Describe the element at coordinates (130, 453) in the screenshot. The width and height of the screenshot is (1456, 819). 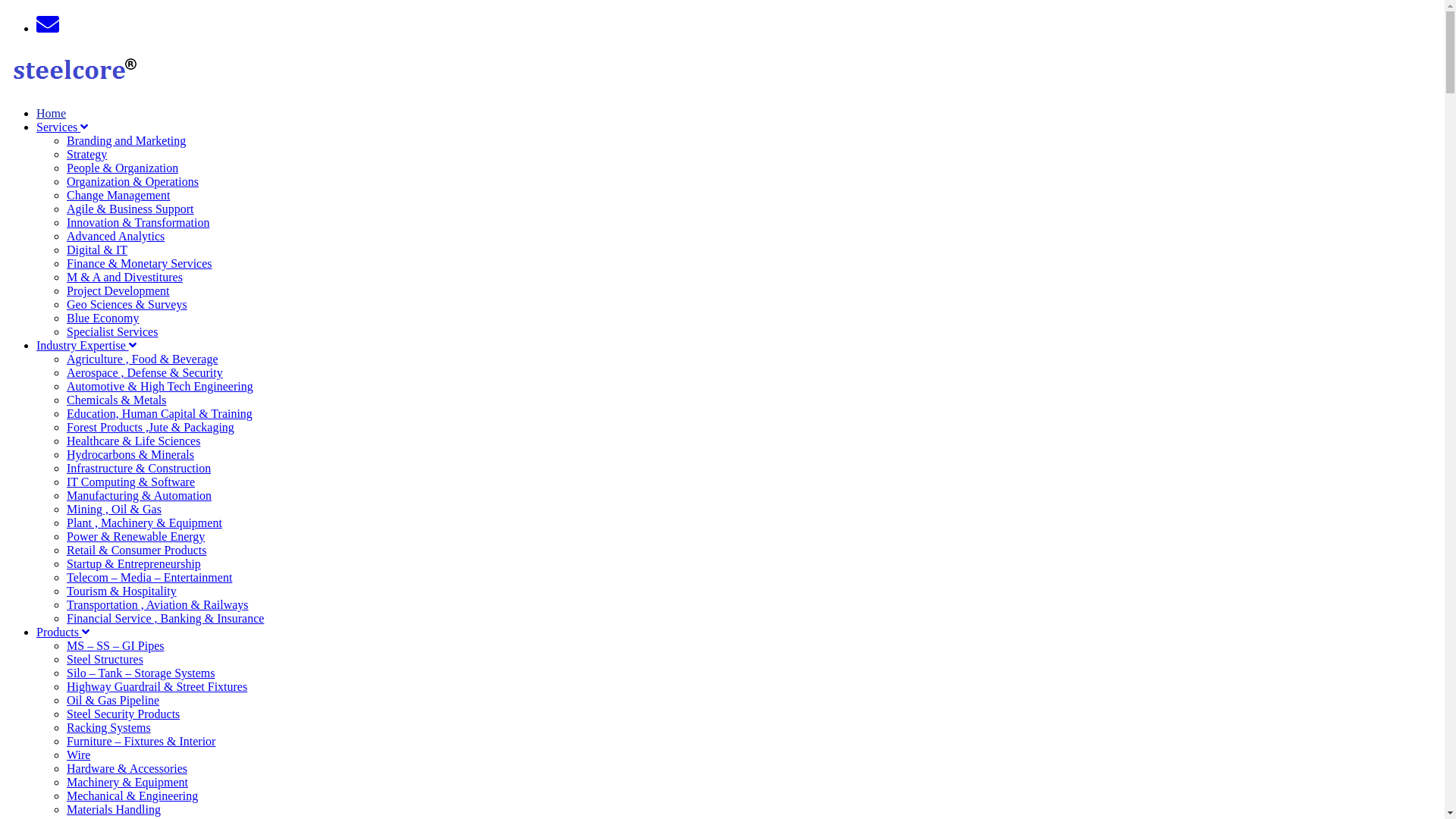
I see `'Hydrocarbons & Minerals'` at that location.